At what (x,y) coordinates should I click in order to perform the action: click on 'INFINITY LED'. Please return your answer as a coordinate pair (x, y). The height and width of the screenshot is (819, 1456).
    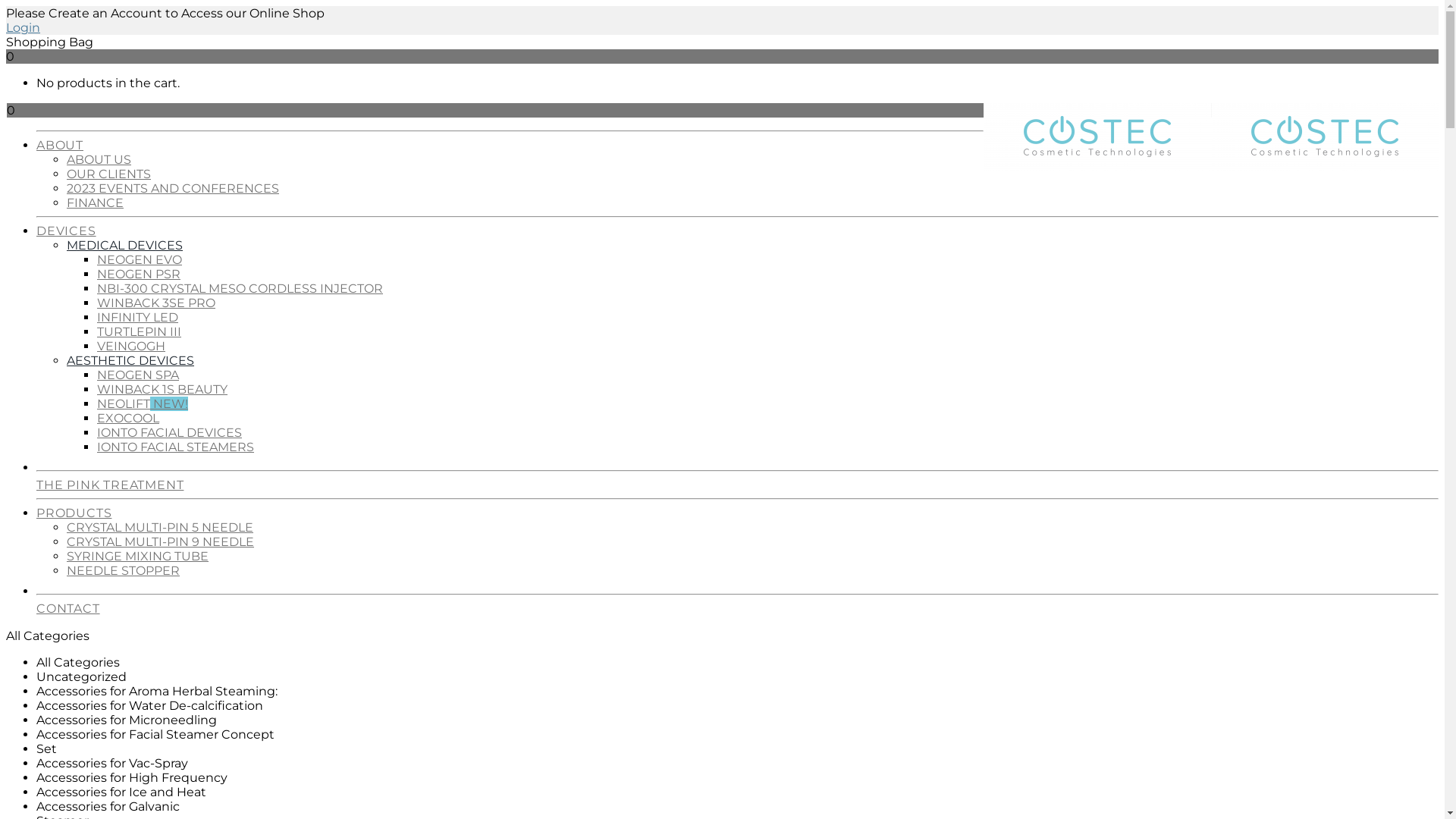
    Looking at the image, I should click on (137, 316).